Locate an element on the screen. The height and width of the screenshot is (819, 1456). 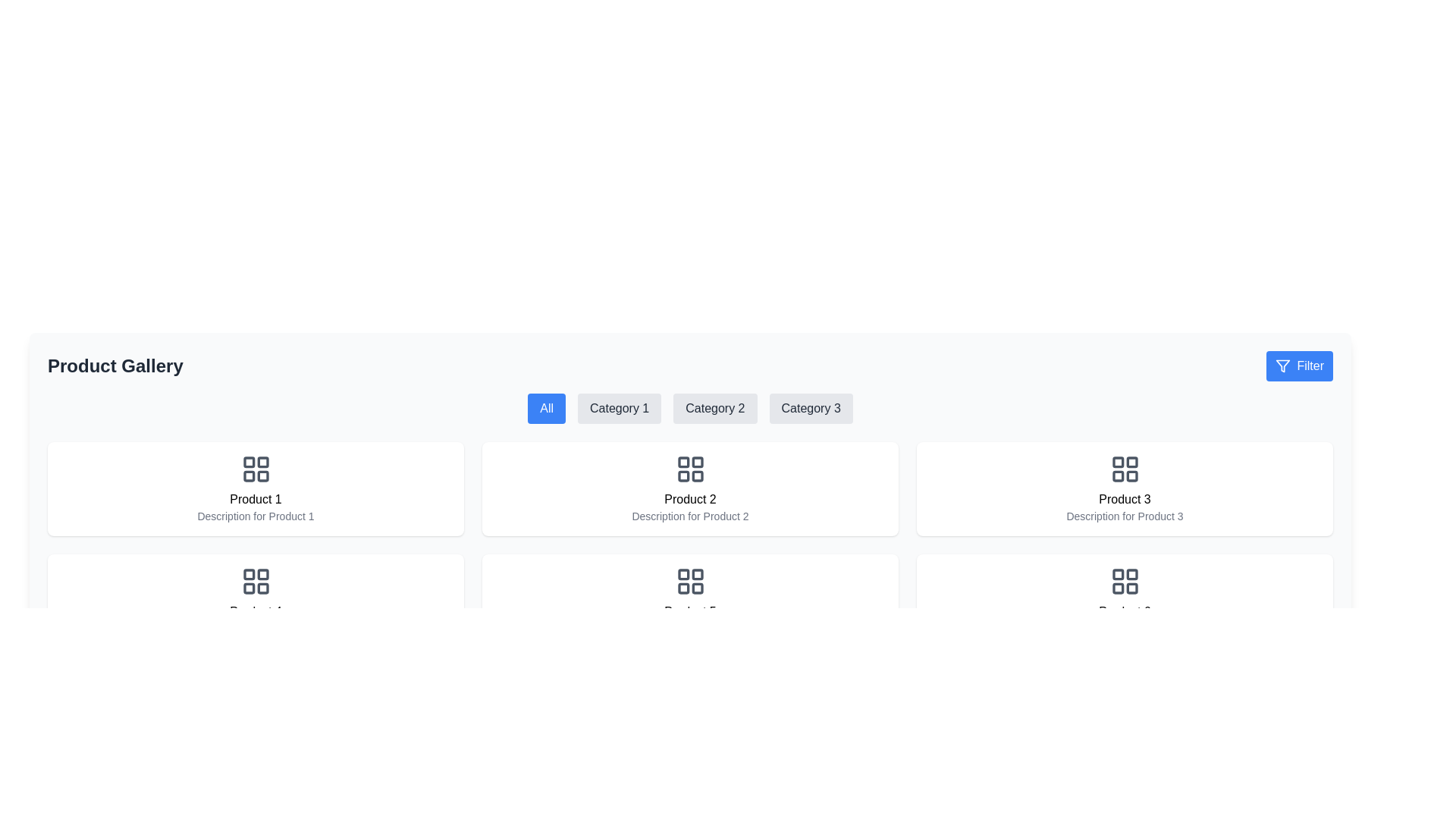
the SVG icon featuring a grid-like design of four rounded squares located above the text 'Product 4' by using keyboard shortcuts is located at coordinates (256, 581).